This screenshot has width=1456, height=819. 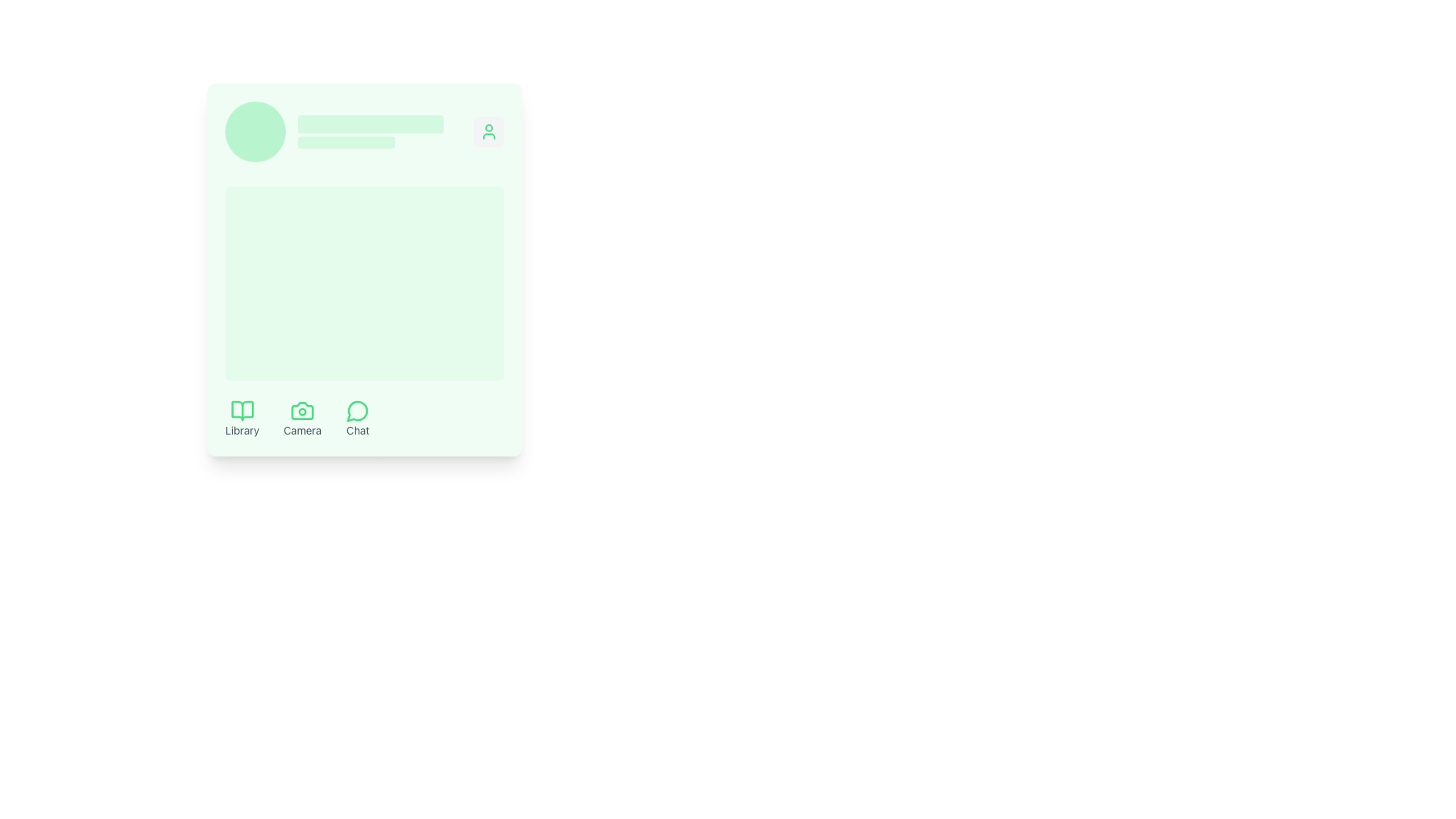 I want to click on the Navigation item icon, which is the second entry in the horizontal navigation bar at the bottom of the main content area, so click(x=297, y=418).